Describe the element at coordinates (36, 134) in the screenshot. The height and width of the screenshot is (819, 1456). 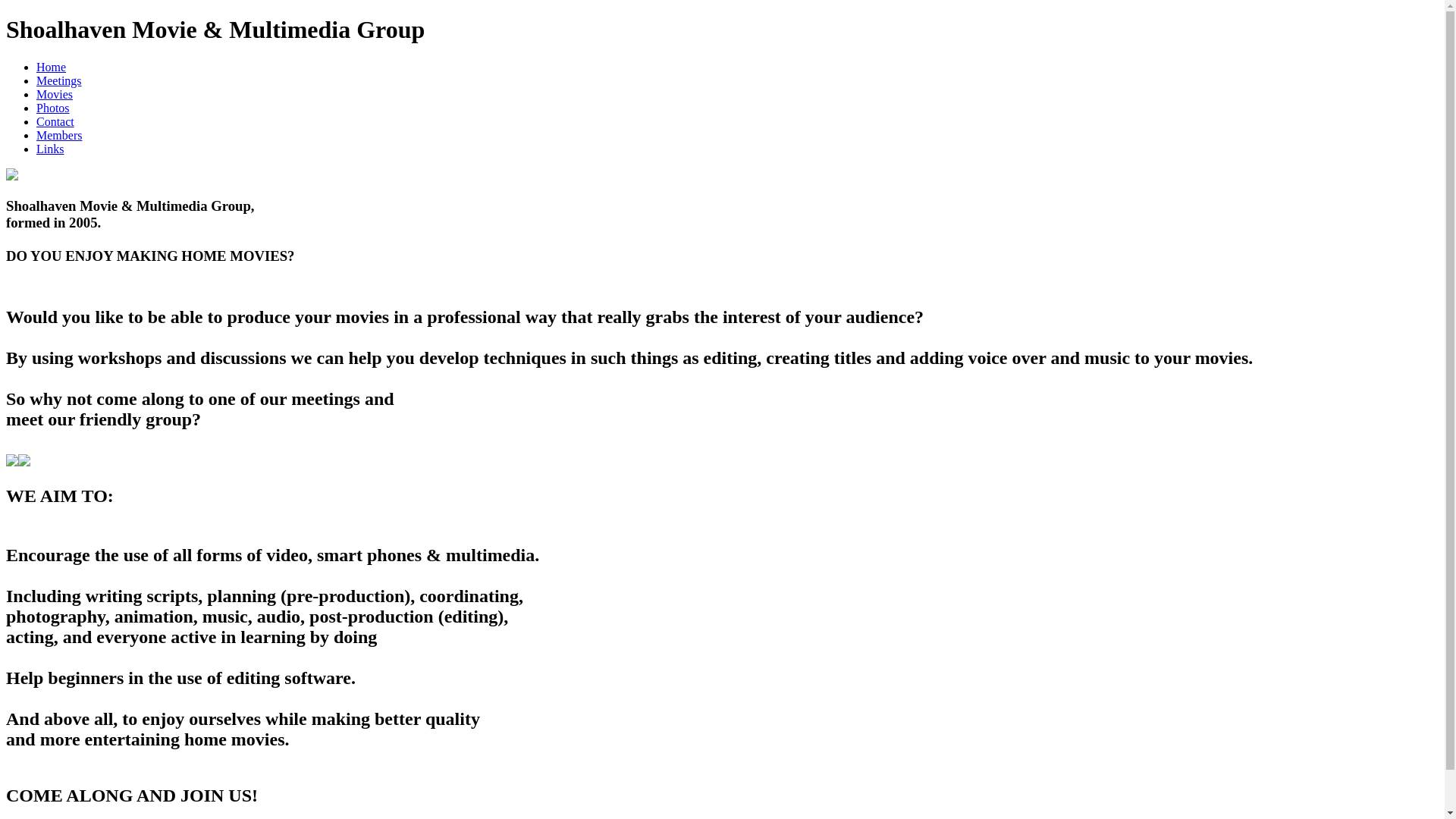
I see `'Members'` at that location.